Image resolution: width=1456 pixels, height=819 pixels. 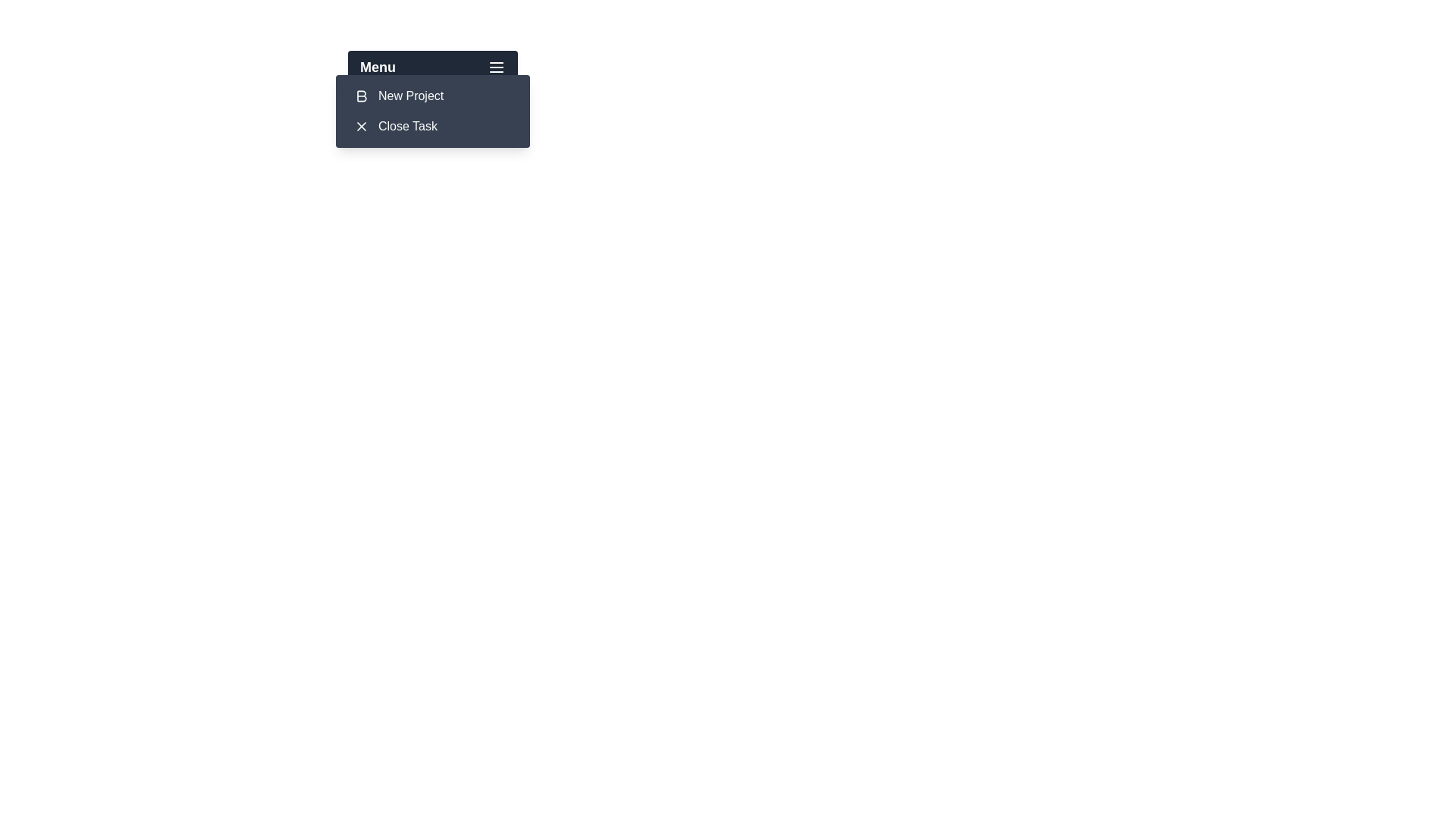 What do you see at coordinates (378, 66) in the screenshot?
I see `text of the Text Label located in the navigation bar, positioned towards the left, adjacent to the hamburger menu icon` at bounding box center [378, 66].